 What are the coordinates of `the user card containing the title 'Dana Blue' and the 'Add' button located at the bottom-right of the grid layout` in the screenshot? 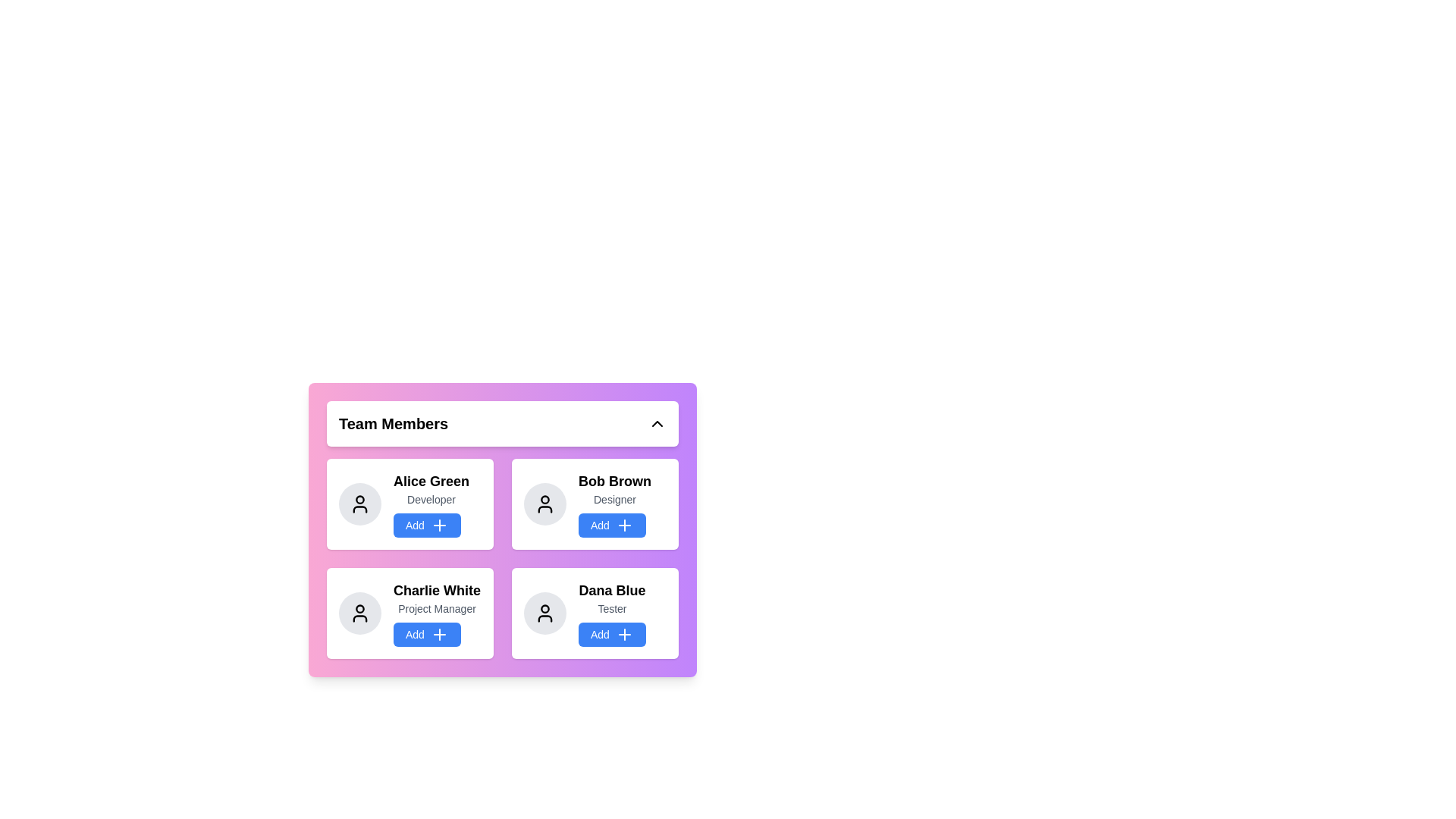 It's located at (595, 613).